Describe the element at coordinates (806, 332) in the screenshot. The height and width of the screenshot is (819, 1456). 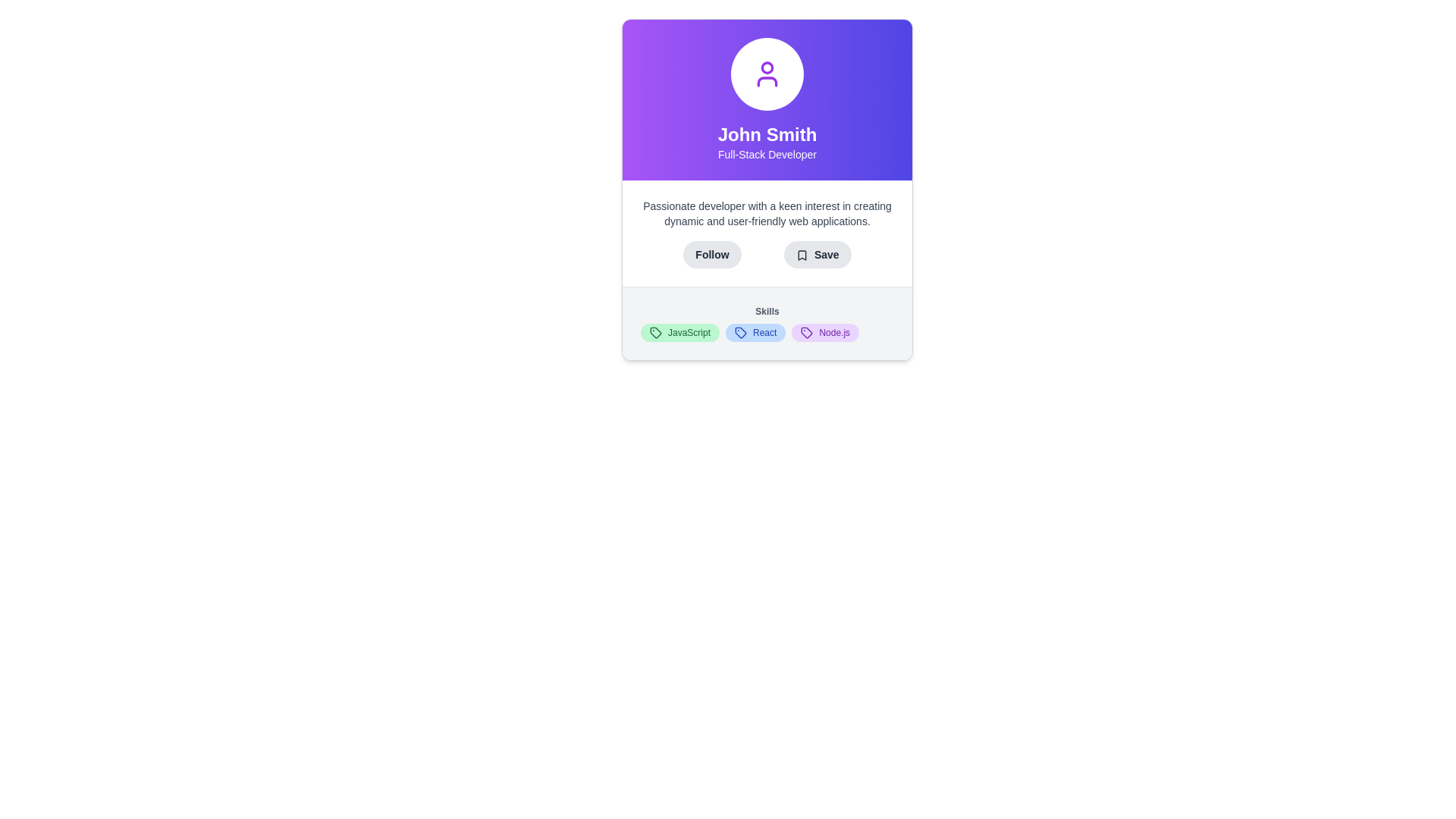
I see `the 'Node.js' skill icon located in the 'Skills' section of the card, which is the first component of the 'Node.js' badge` at that location.